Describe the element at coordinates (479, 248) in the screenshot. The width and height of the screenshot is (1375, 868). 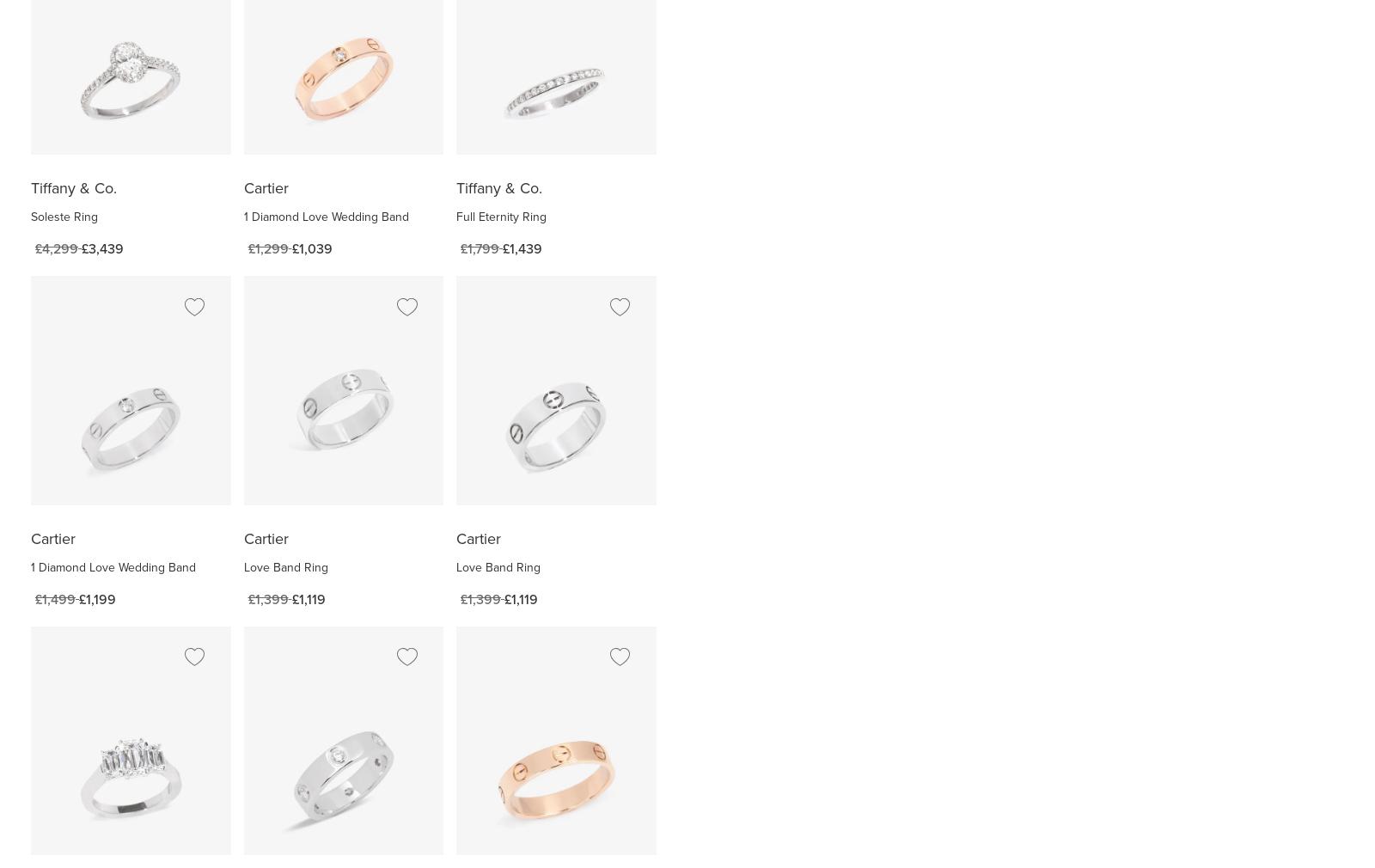
I see `'£1,799'` at that location.